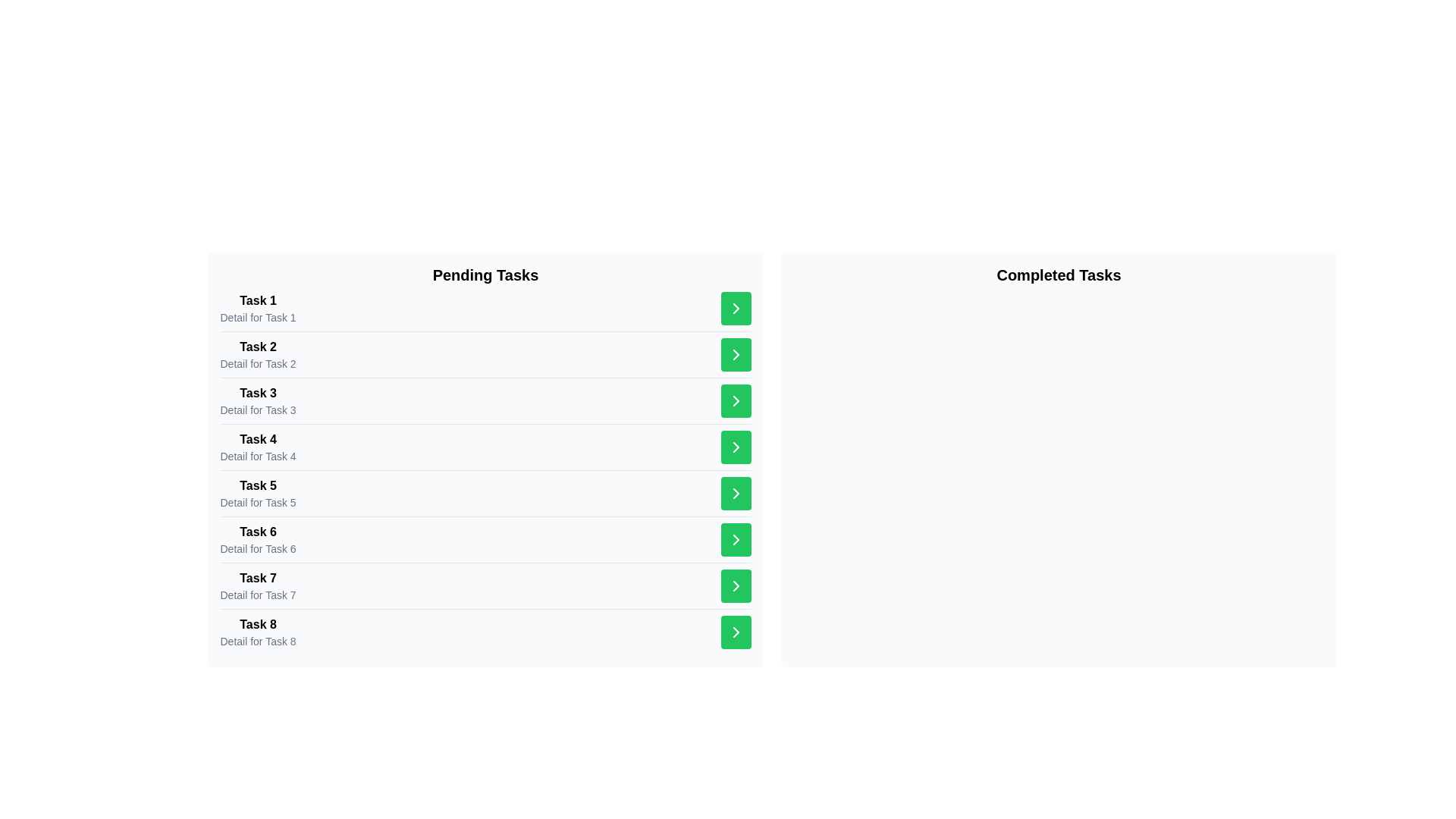 This screenshot has width=1456, height=819. Describe the element at coordinates (736, 447) in the screenshot. I see `the sixth chevron button under the 'Pending Tasks' section` at that location.